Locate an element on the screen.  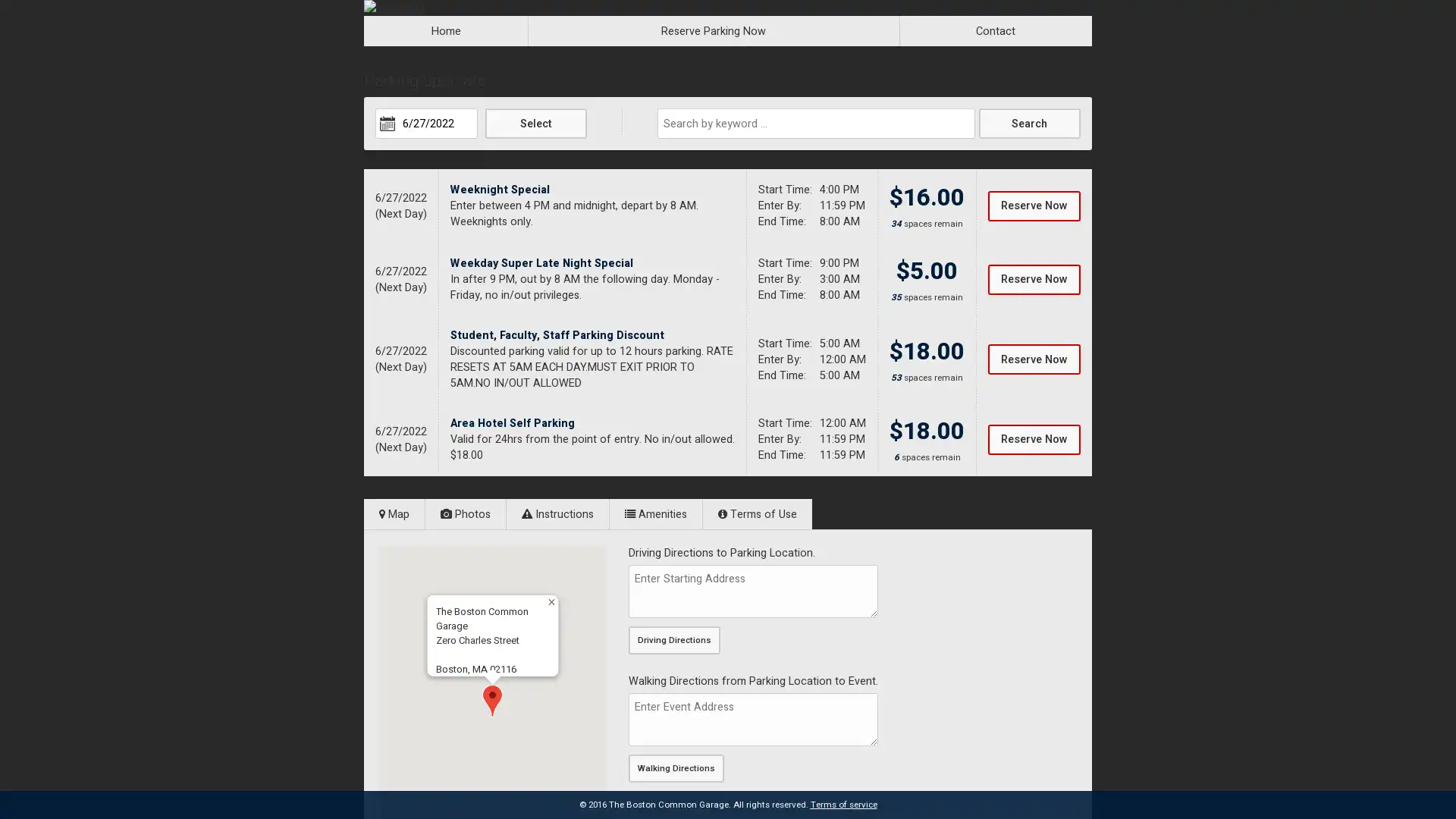
Reserve Now is located at coordinates (1033, 278).